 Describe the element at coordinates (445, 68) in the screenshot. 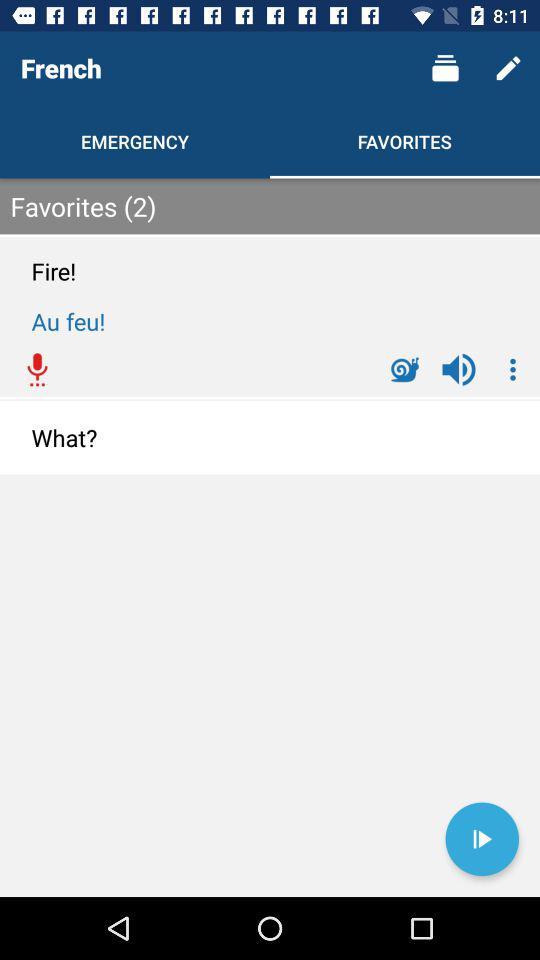

I see `item above favorites item` at that location.